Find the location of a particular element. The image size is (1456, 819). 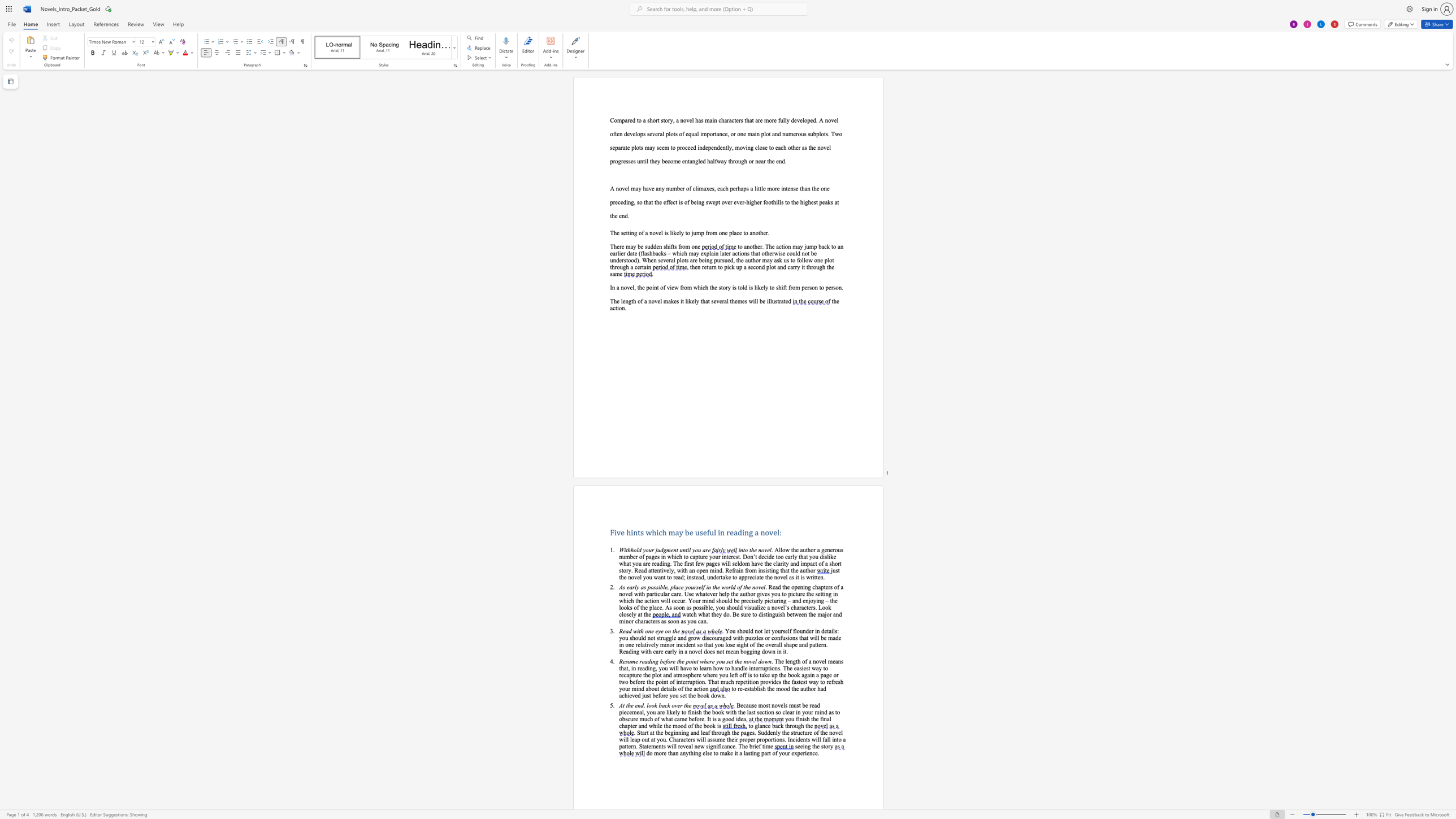

the 7th character "s" in the text is located at coordinates (687, 259).